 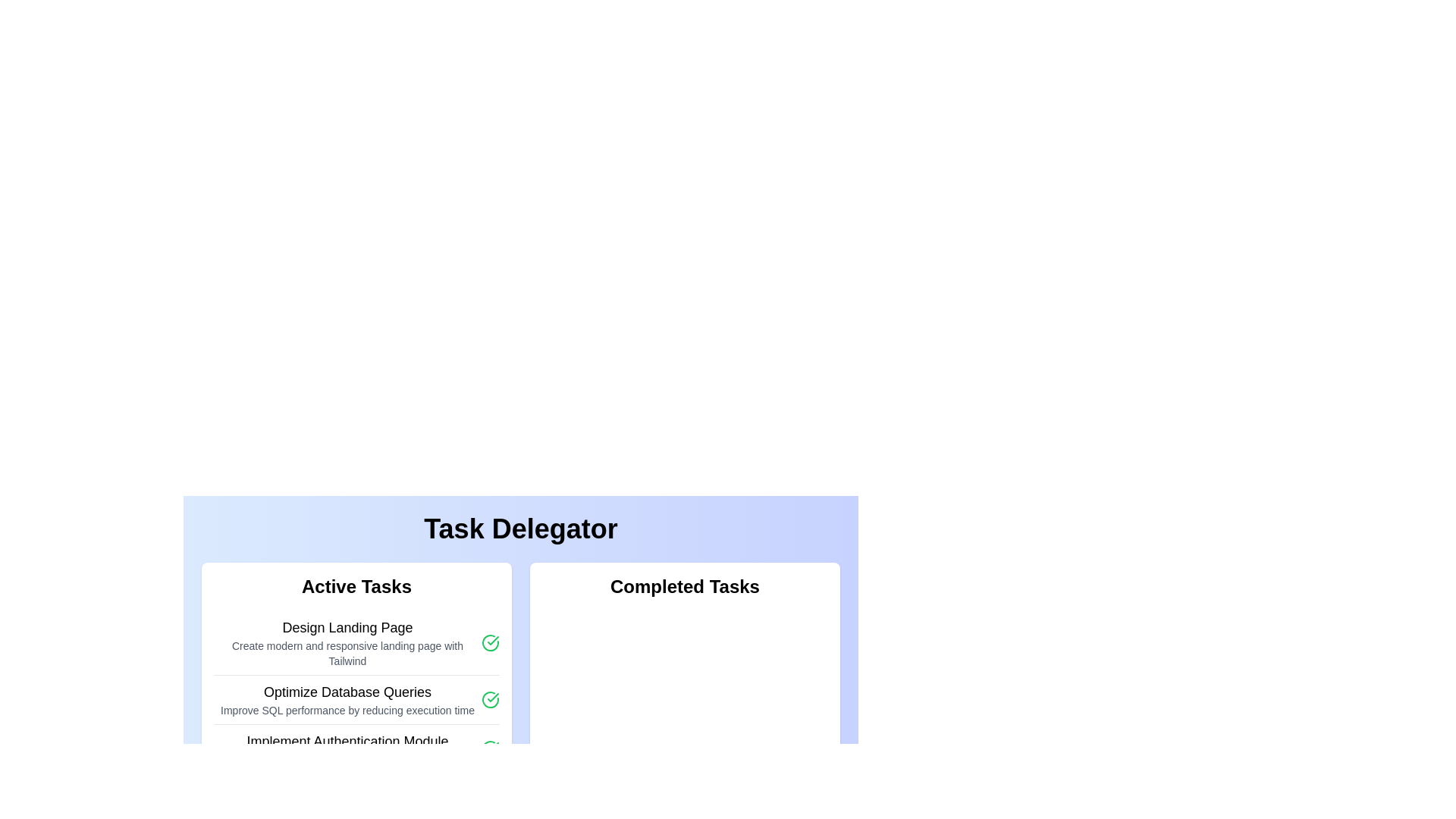 I want to click on the second Text element below the 'Optimize Database Queries' heading in the 'Active Tasks' section, so click(x=347, y=711).